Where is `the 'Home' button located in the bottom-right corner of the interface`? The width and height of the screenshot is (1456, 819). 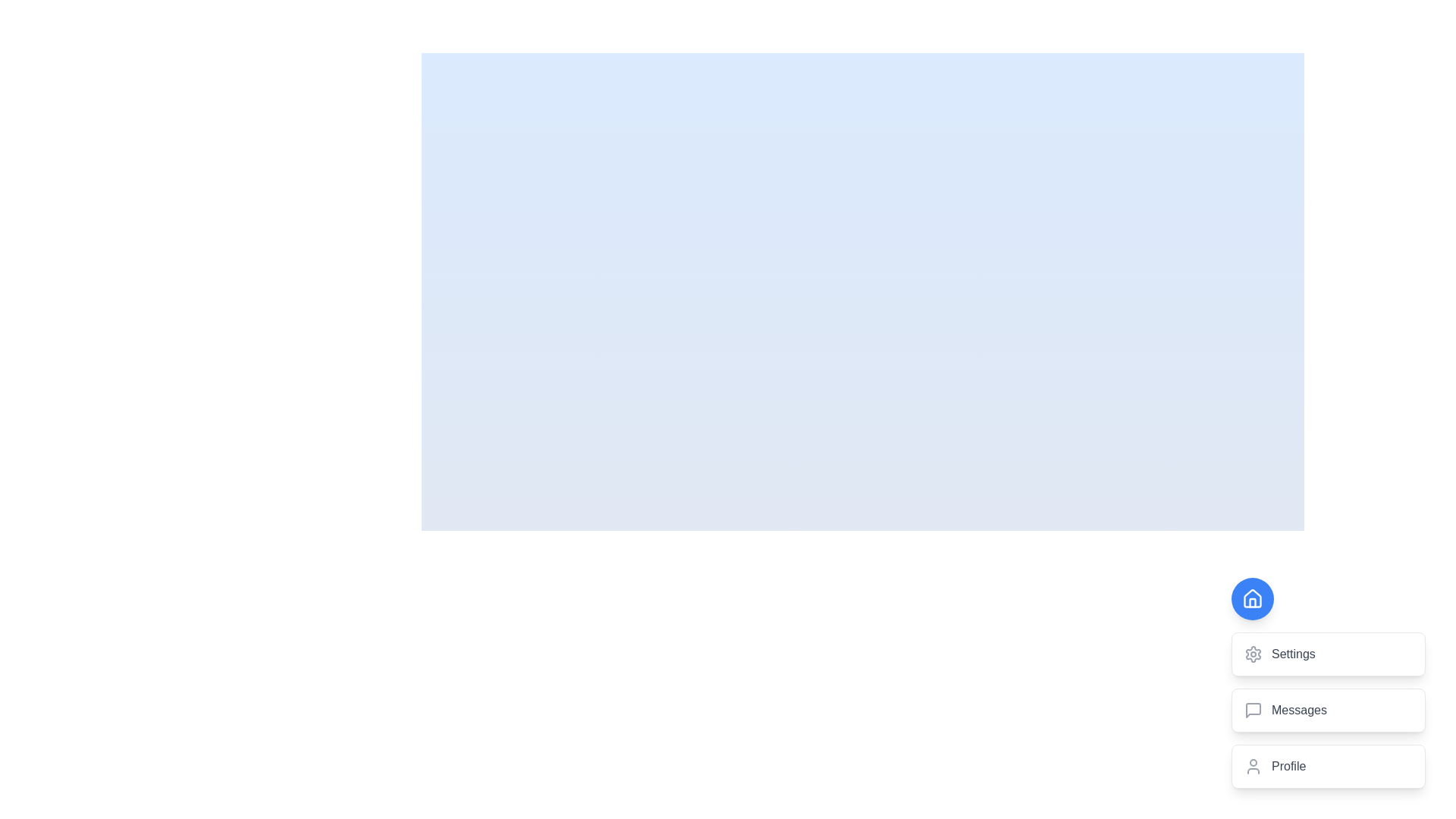
the 'Home' button located in the bottom-right corner of the interface is located at coordinates (1252, 598).